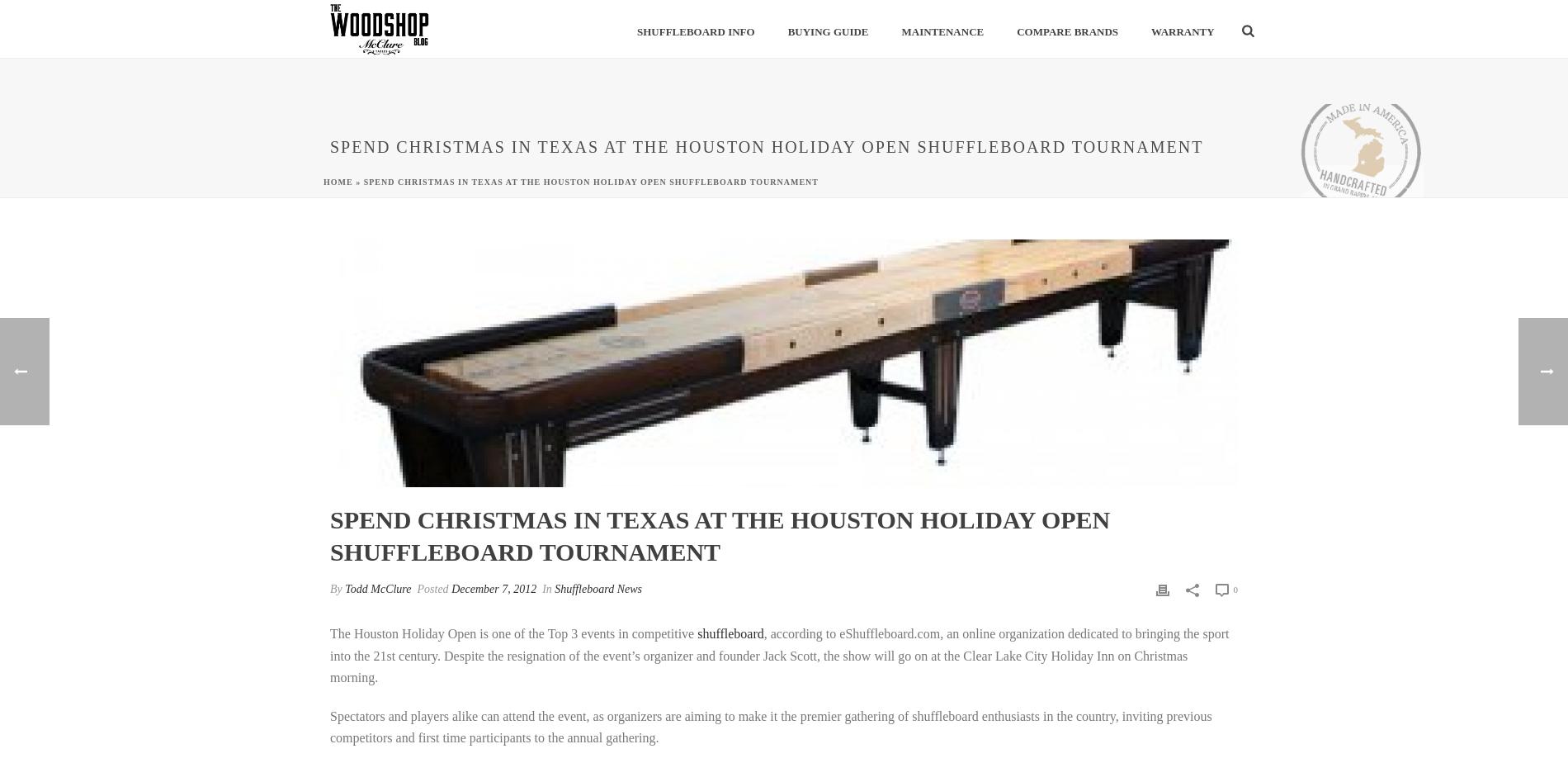  Describe the element at coordinates (1234, 589) in the screenshot. I see `'0'` at that location.